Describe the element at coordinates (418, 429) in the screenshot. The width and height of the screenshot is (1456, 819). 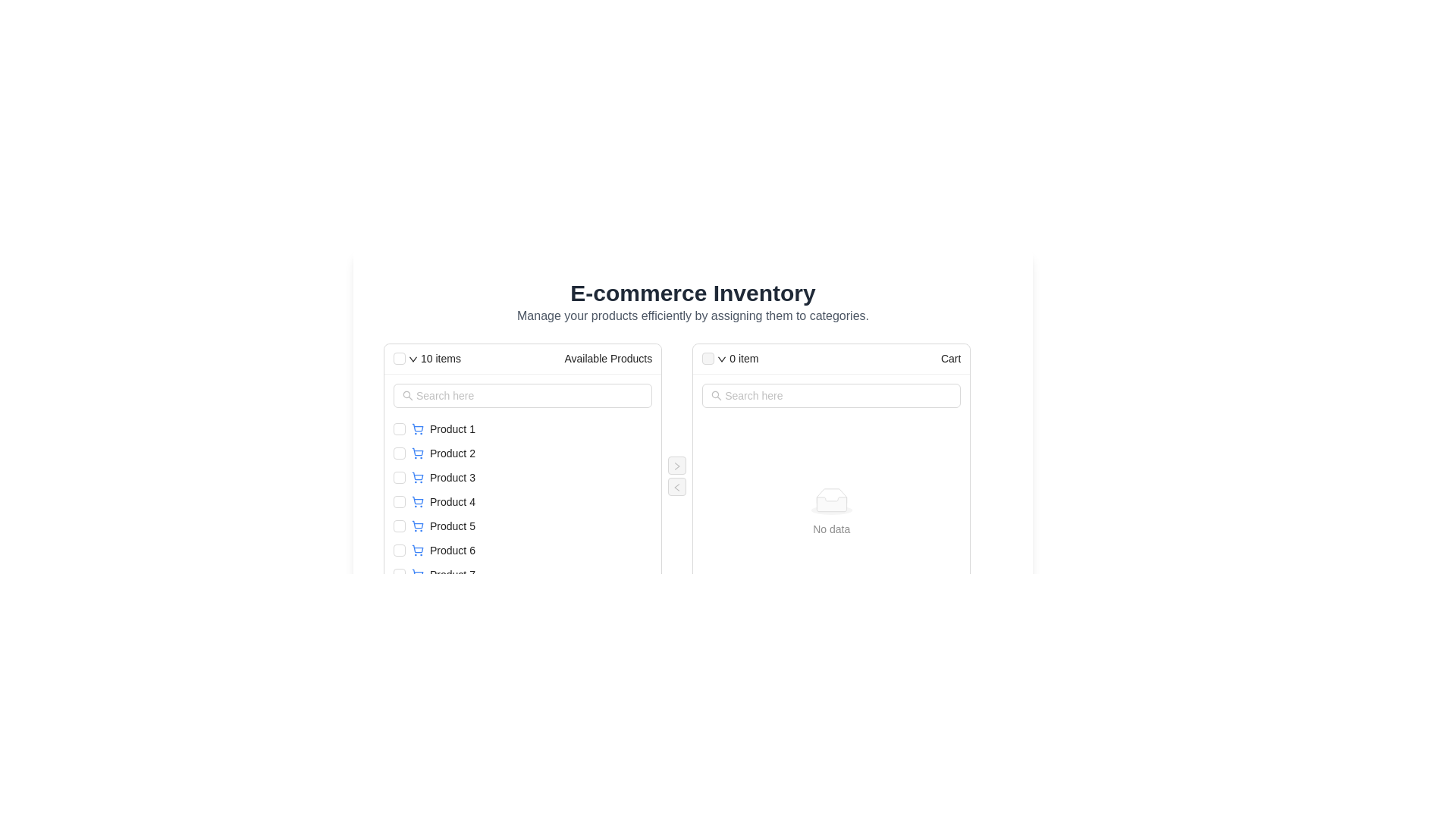
I see `the shopping cart icon located beside 'Product 1' in the first row of products` at that location.